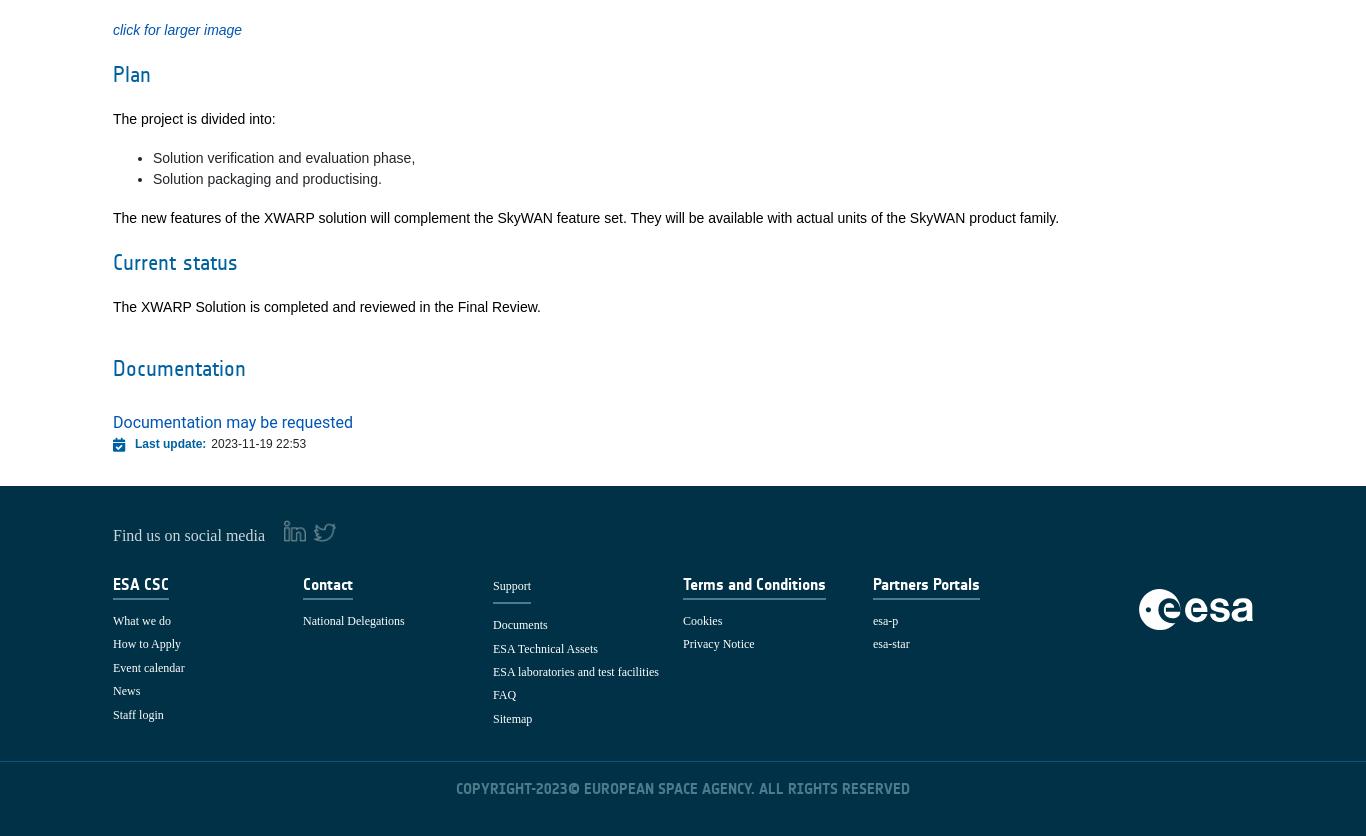 The image size is (1366, 836). What do you see at coordinates (702, 619) in the screenshot?
I see `'Cookies'` at bounding box center [702, 619].